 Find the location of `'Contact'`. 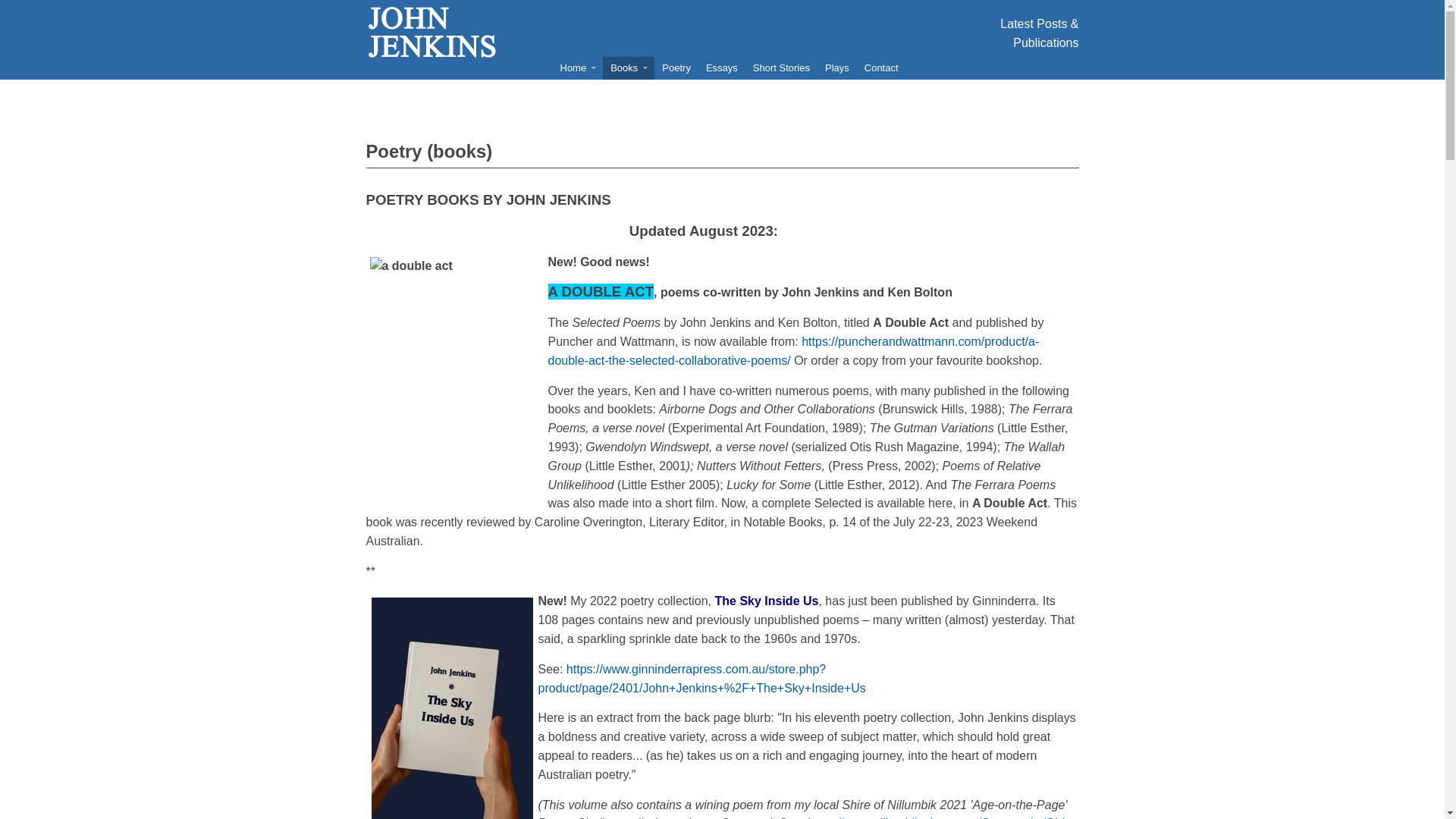

'Contact' is located at coordinates (881, 67).